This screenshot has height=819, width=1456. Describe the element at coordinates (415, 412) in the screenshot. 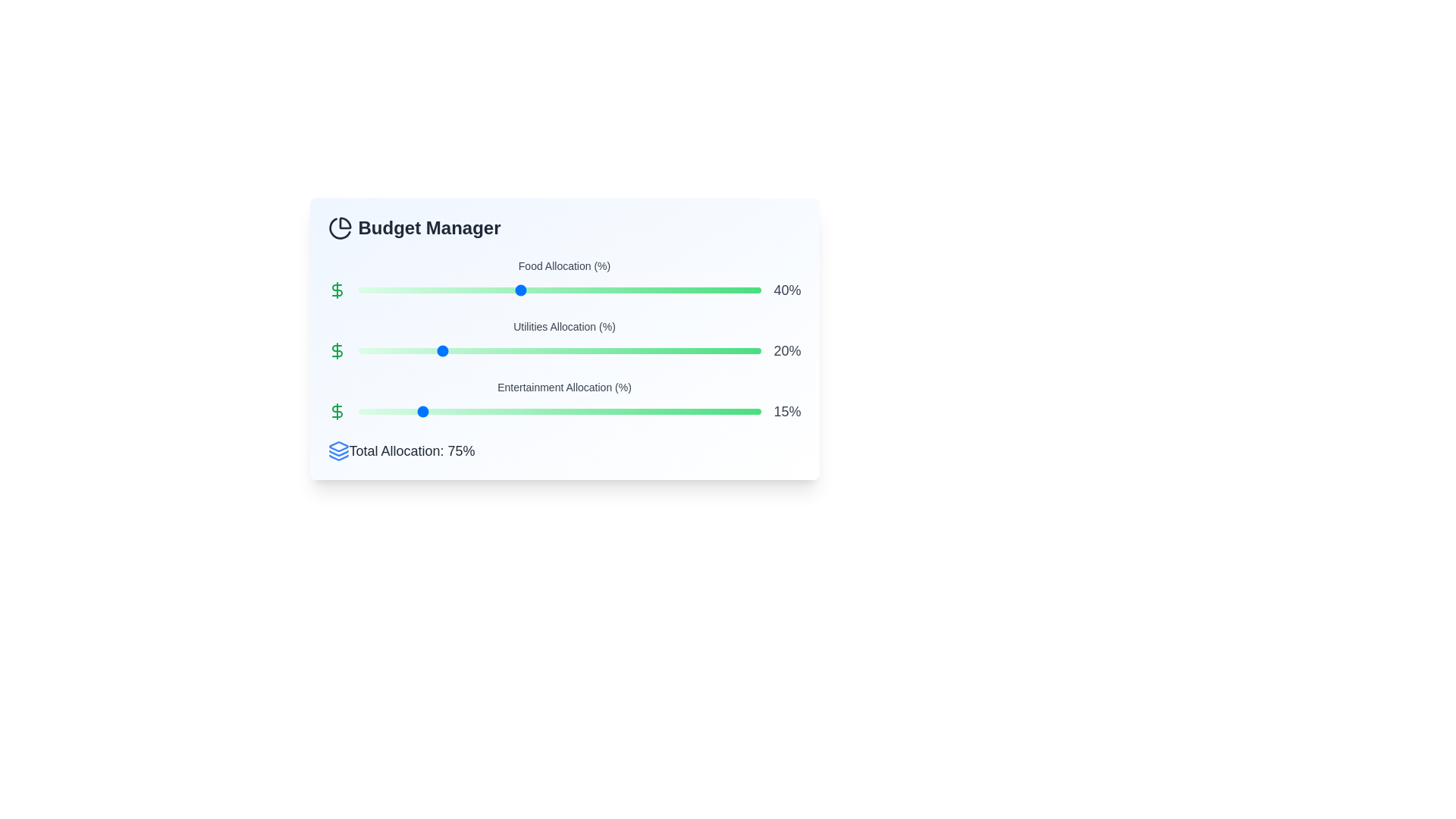

I see `the Entertainment Allocation slider to 14%` at that location.